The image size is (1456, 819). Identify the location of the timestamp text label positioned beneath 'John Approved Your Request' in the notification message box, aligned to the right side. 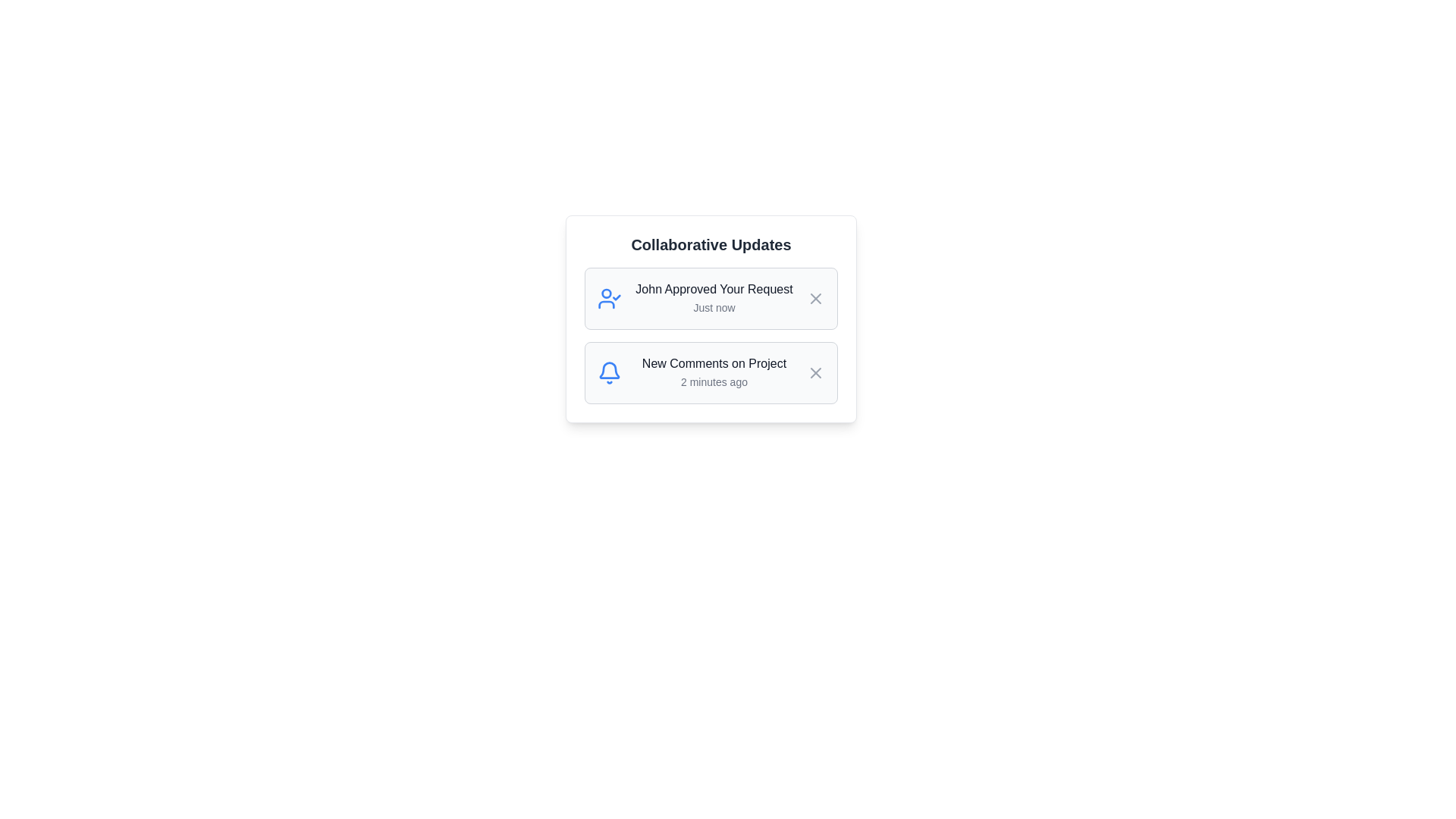
(713, 307).